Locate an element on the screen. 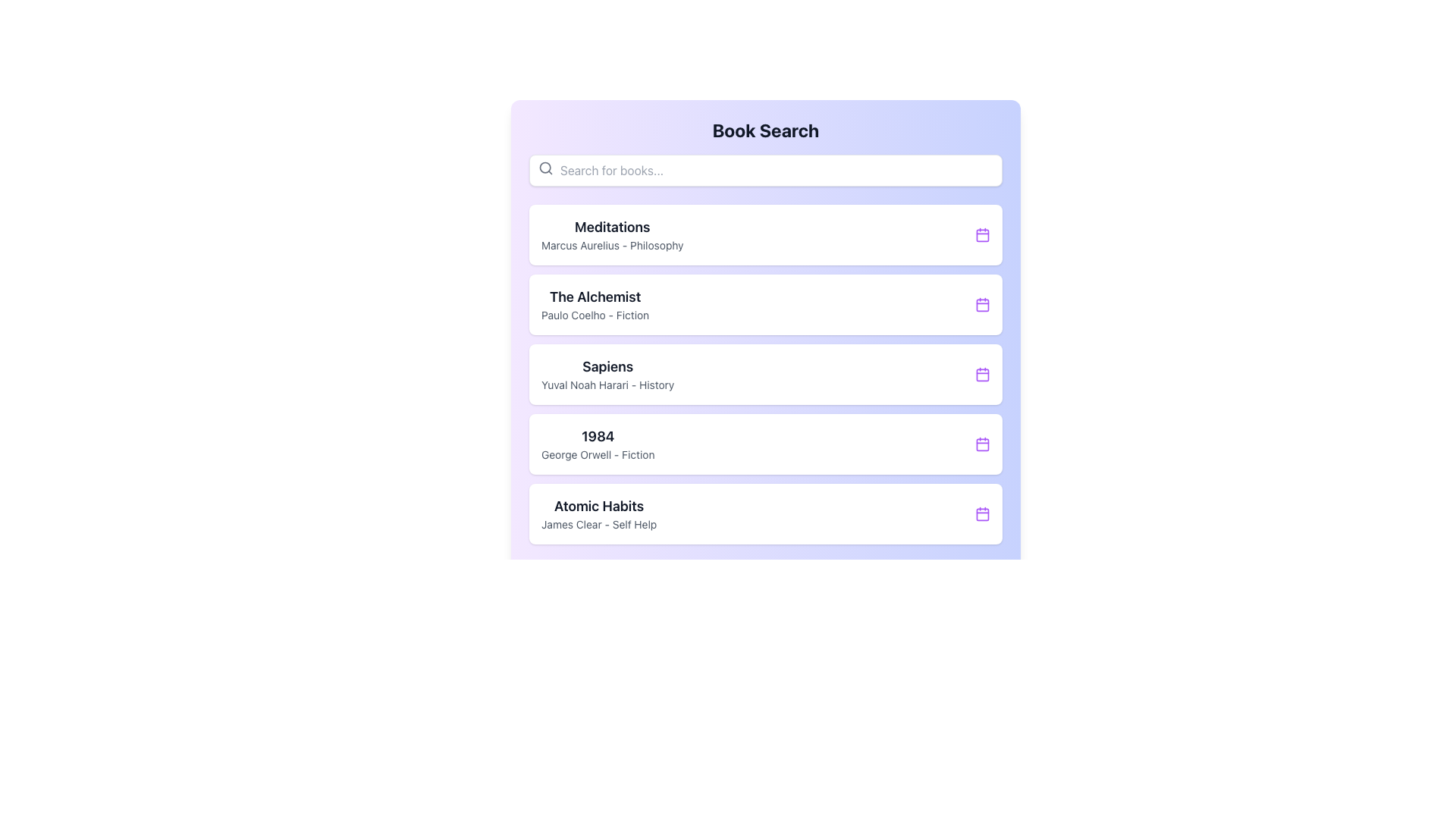 The height and width of the screenshot is (819, 1456). the small rectangular purple calendar icon located beside the 'The Alchemist' book entry is located at coordinates (983, 304).